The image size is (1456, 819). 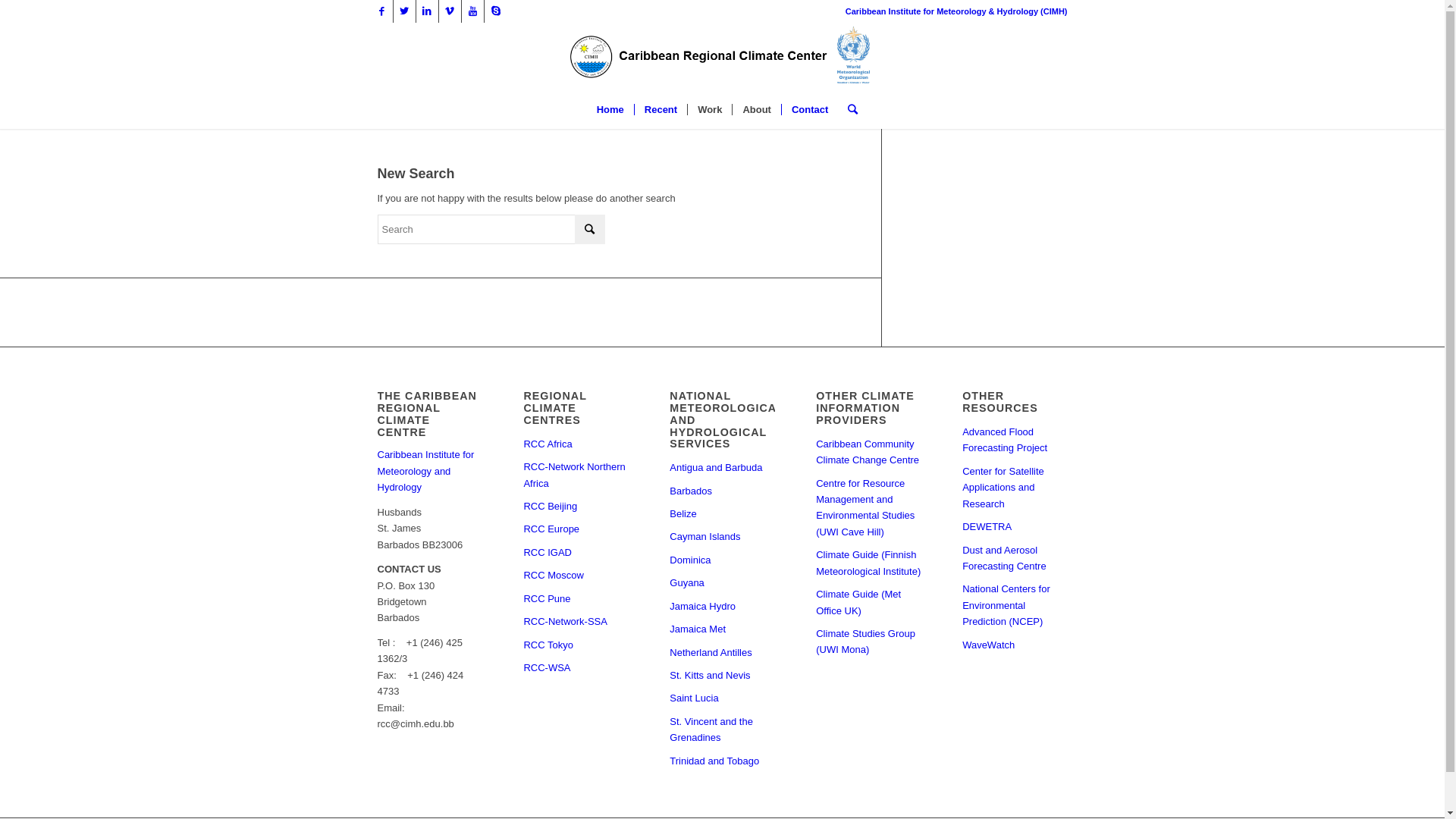 I want to click on 'Center for Satellite Applications and Research', so click(x=1015, y=488).